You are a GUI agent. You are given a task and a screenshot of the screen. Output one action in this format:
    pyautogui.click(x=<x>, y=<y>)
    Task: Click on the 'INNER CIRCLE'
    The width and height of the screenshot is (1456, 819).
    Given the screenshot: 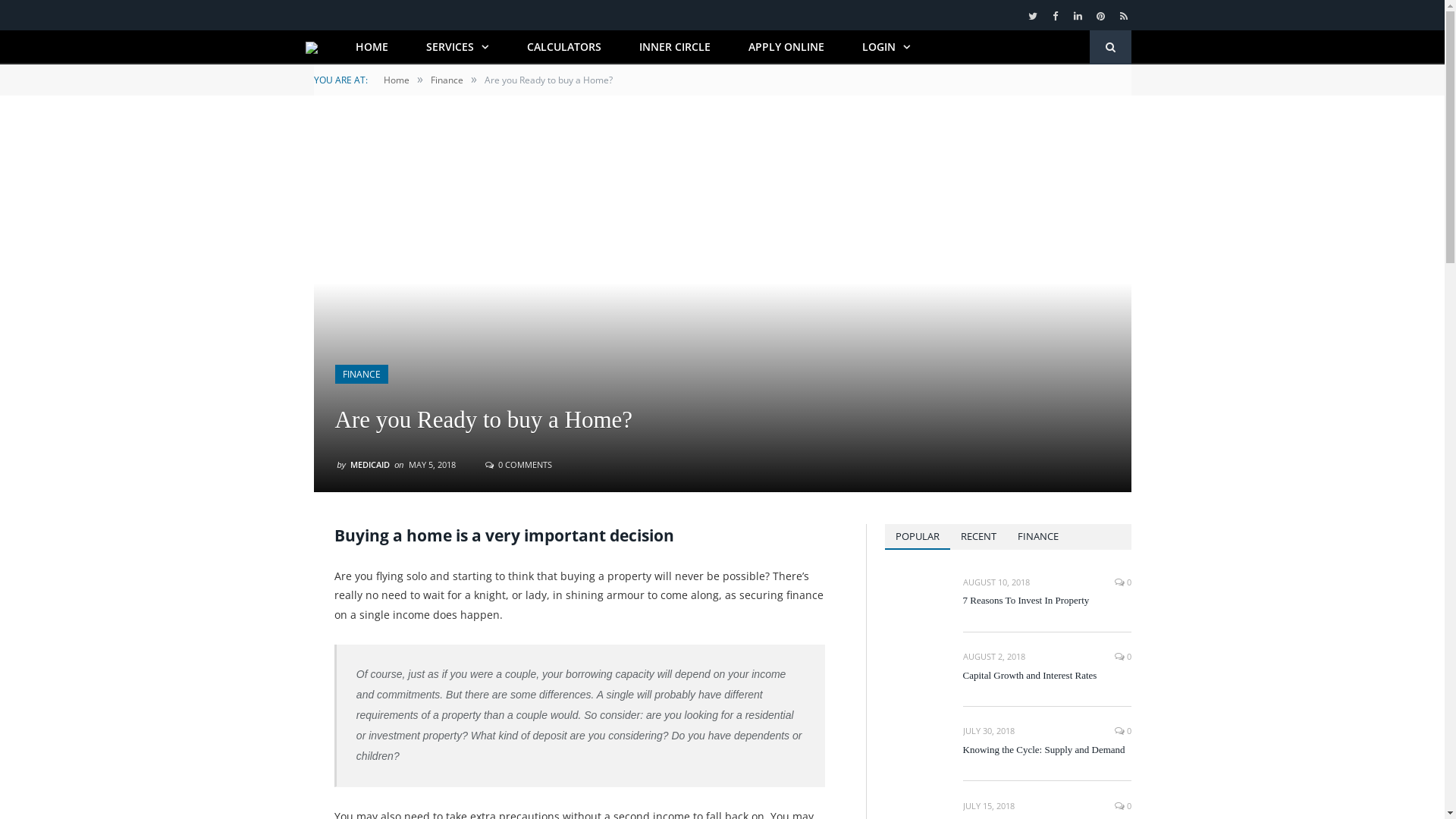 What is the action you would take?
    pyautogui.click(x=673, y=46)
    